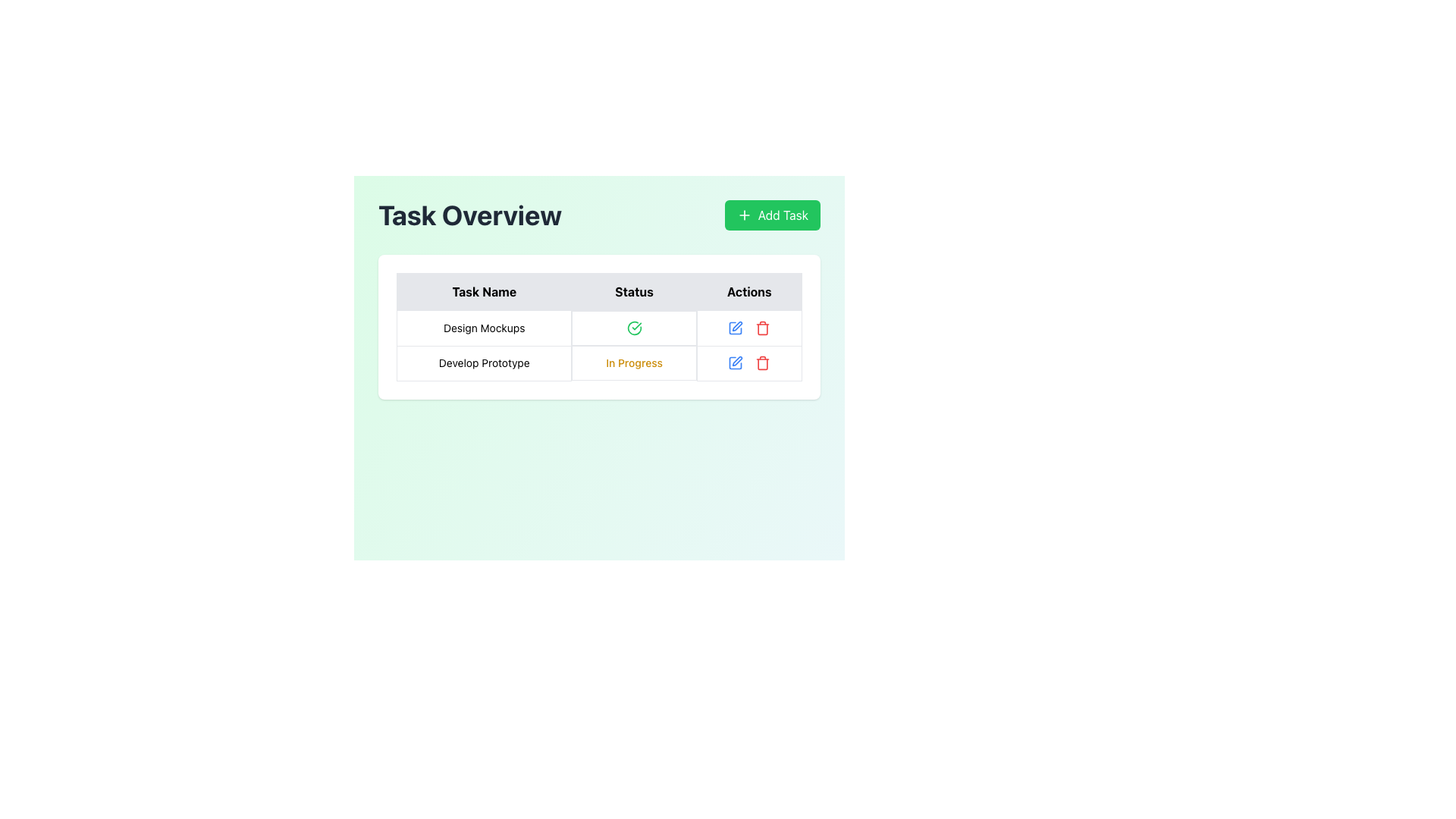  I want to click on the circular icon with a green check mark in the 'Status' column of the 'Task Overview' table, specifically aligned with the 'Design Mockups' row, so click(634, 327).